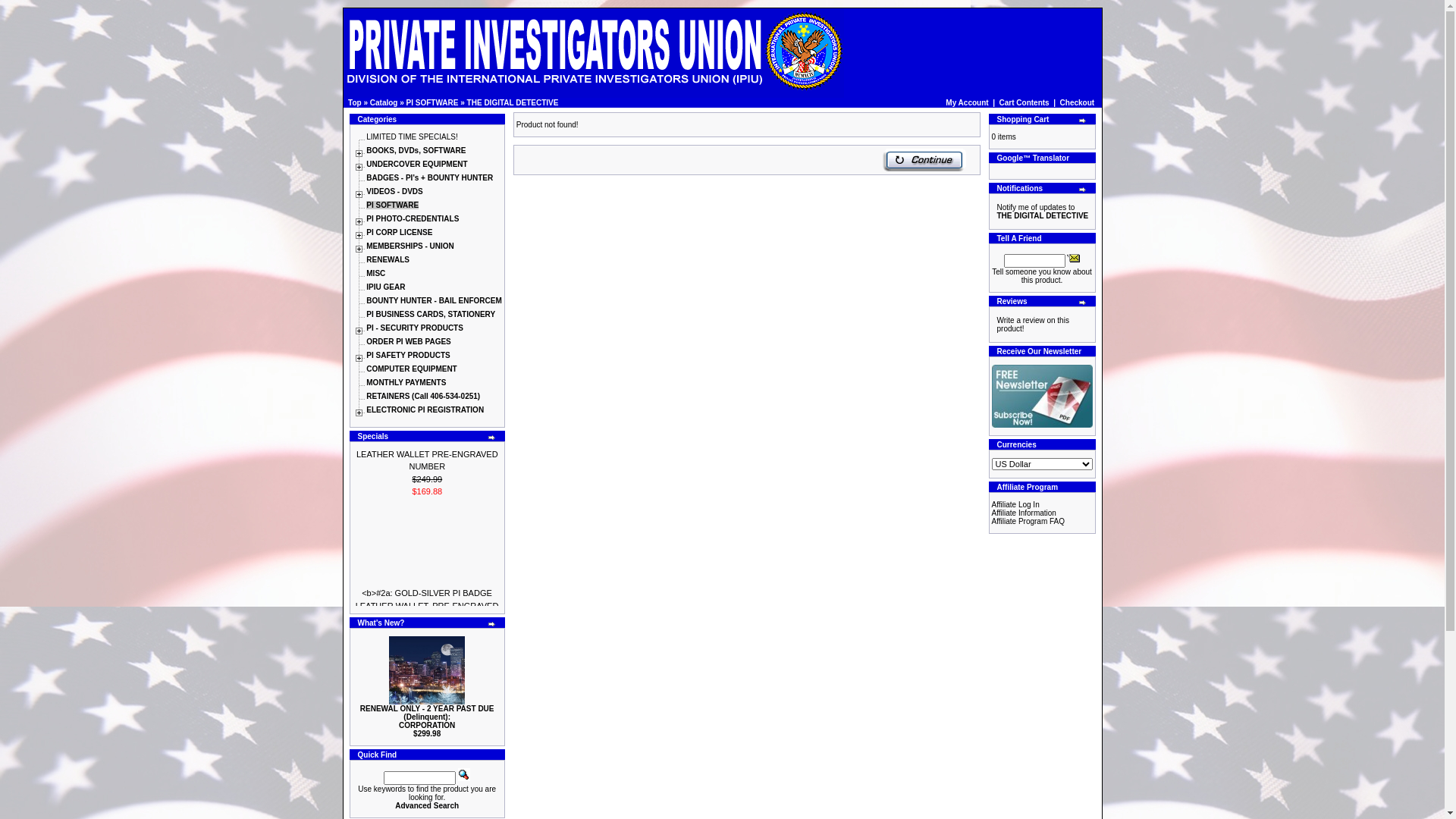 Image resolution: width=1456 pixels, height=819 pixels. I want to click on ' Notifications ', so click(993, 211).